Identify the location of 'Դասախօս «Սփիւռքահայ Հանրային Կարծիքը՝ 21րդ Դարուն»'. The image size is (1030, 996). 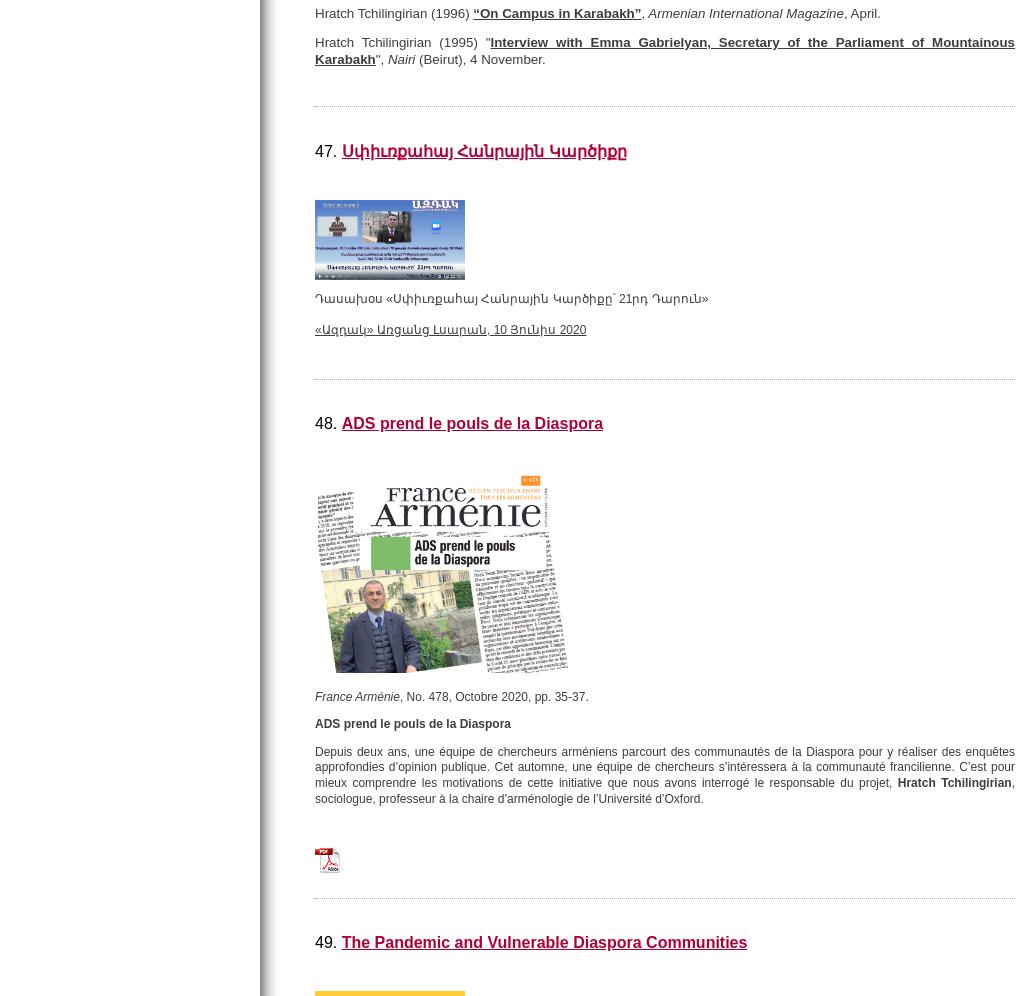
(510, 297).